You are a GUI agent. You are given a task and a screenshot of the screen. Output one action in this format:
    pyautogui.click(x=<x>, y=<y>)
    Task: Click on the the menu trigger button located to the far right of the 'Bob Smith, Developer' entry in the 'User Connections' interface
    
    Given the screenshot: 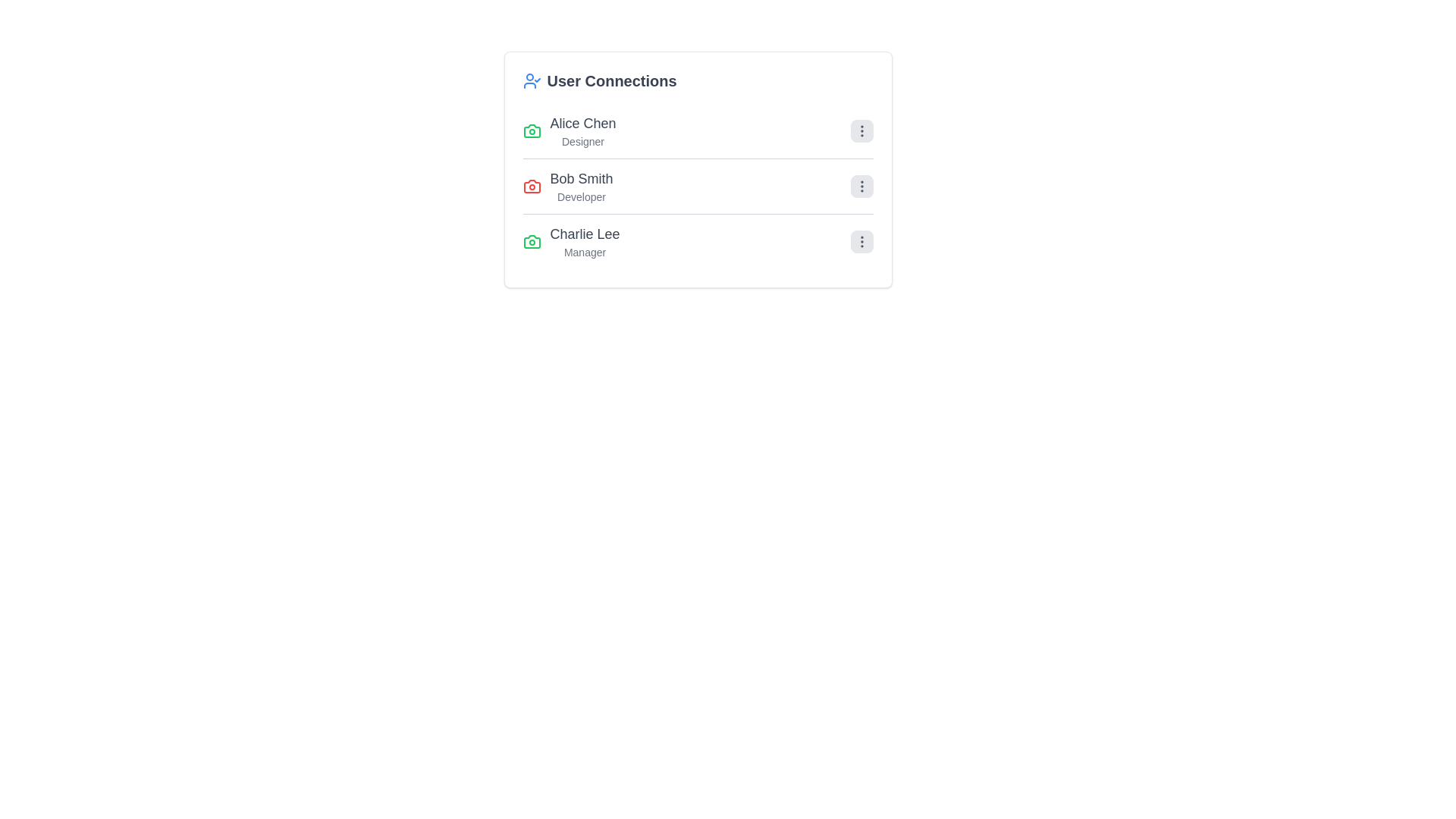 What is the action you would take?
    pyautogui.click(x=861, y=186)
    